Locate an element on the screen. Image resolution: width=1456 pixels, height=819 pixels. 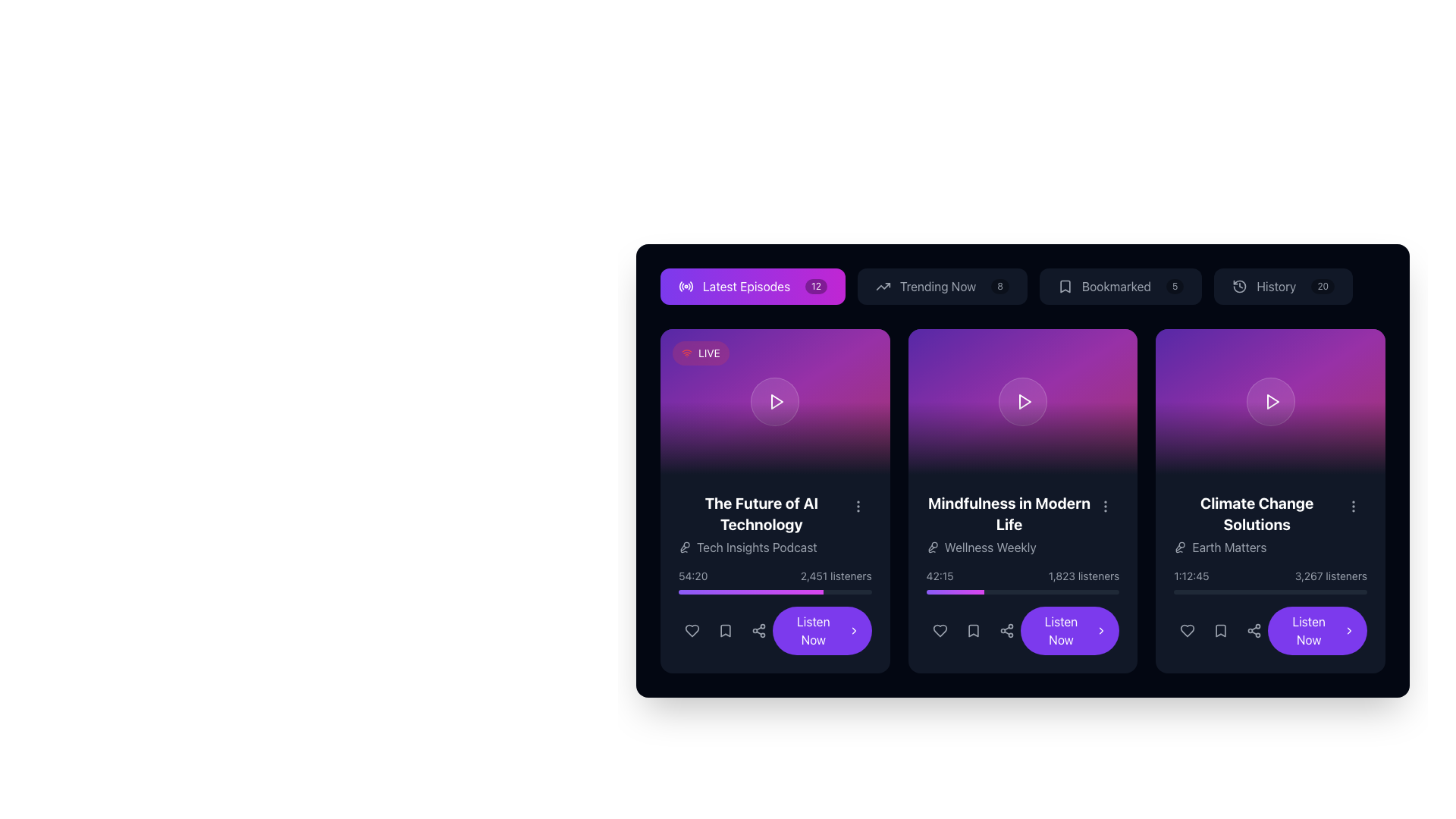
progress is located at coordinates (961, 591).